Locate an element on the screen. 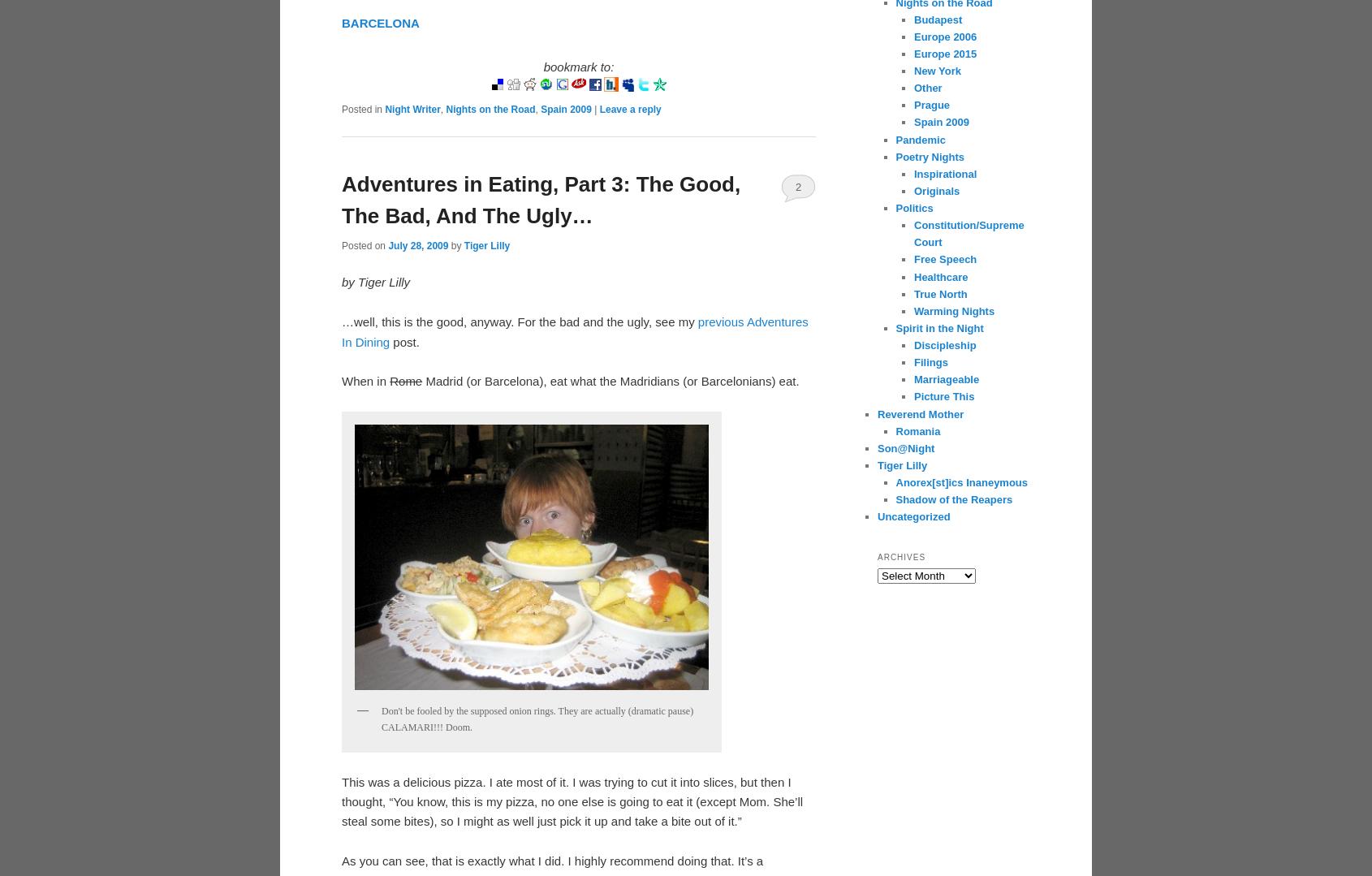  'Reverend Mother' is located at coordinates (920, 413).